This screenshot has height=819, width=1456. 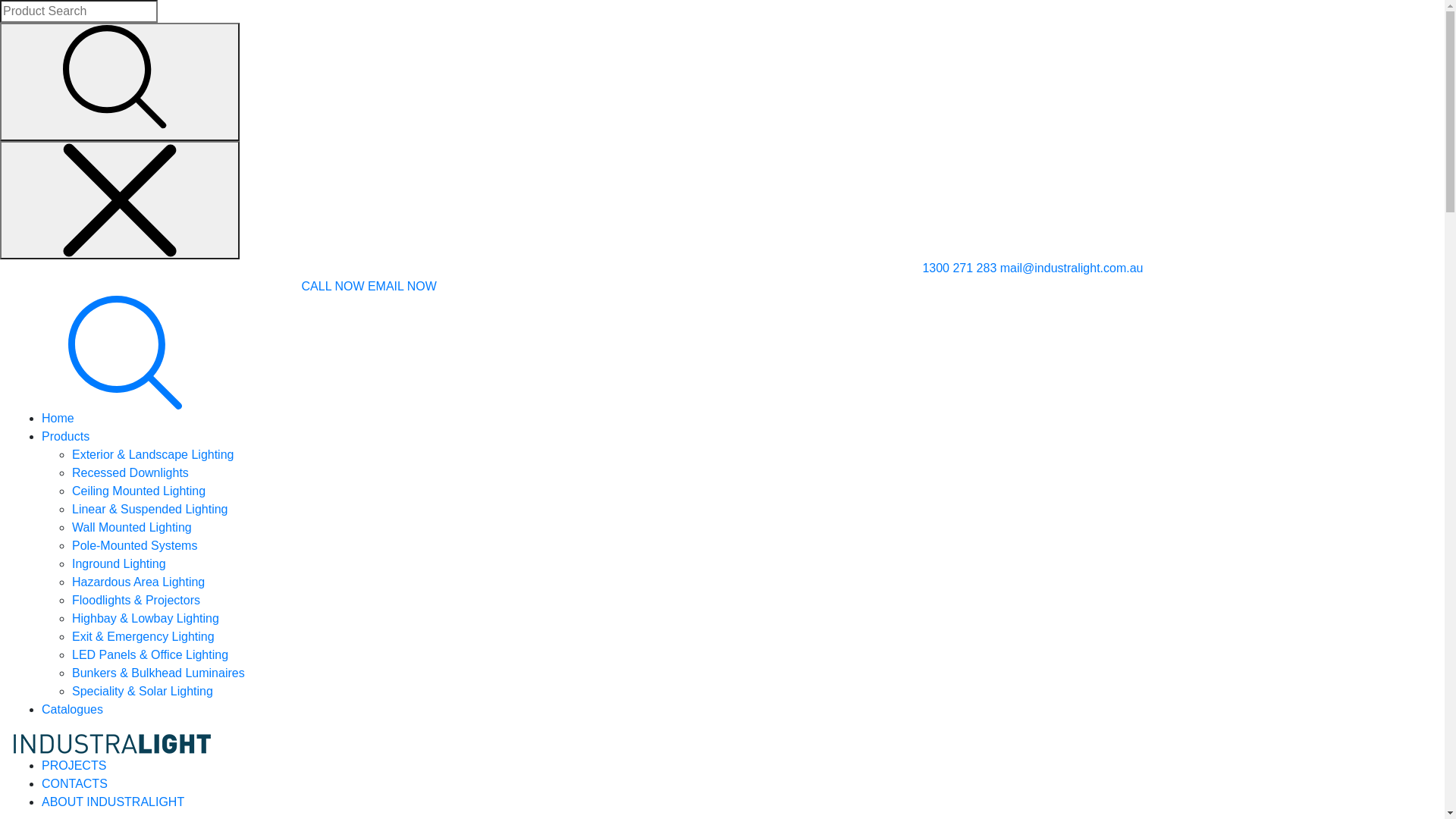 I want to click on 'Inground Lighting', so click(x=71, y=563).